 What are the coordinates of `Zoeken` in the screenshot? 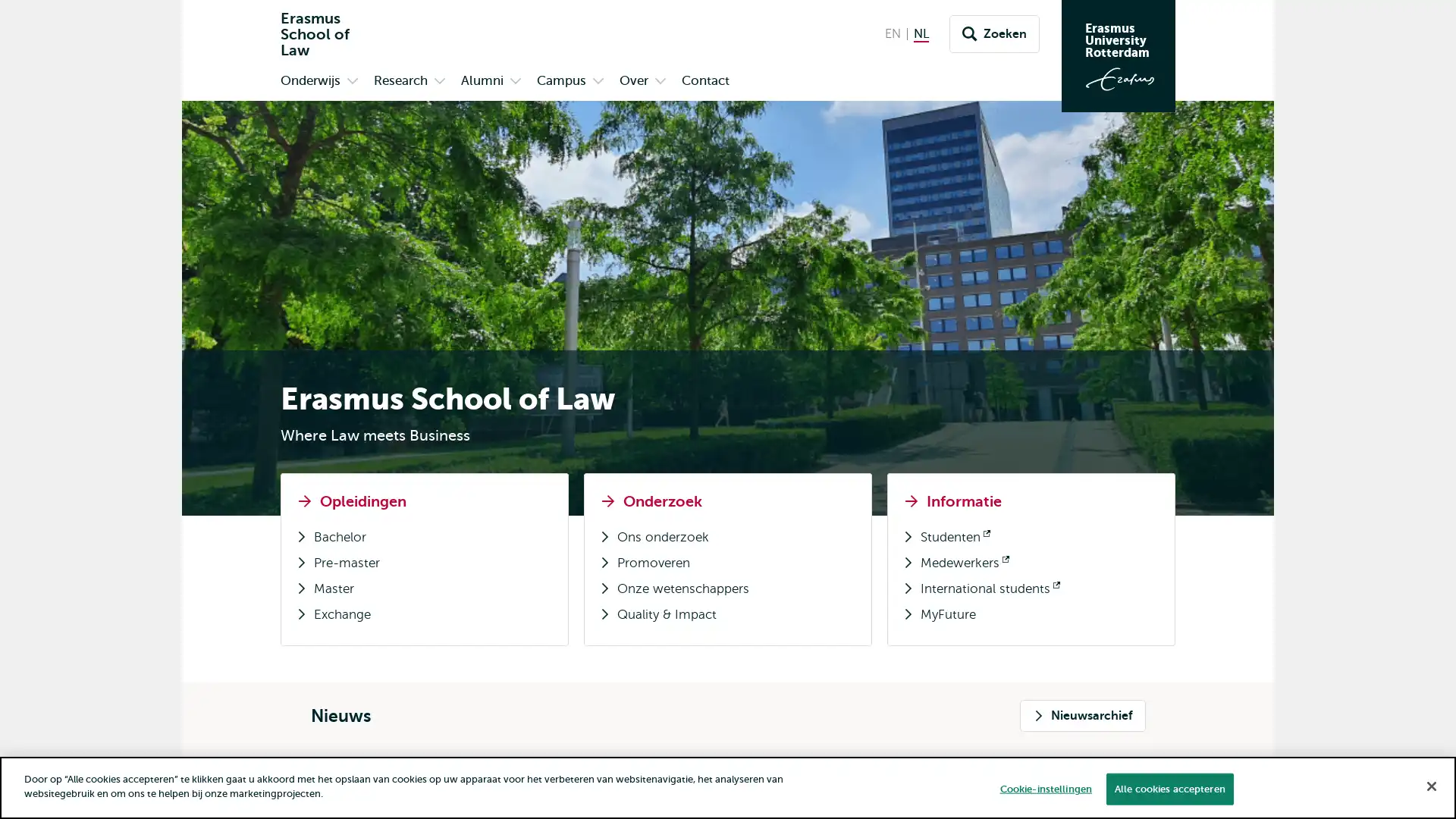 It's located at (994, 34).